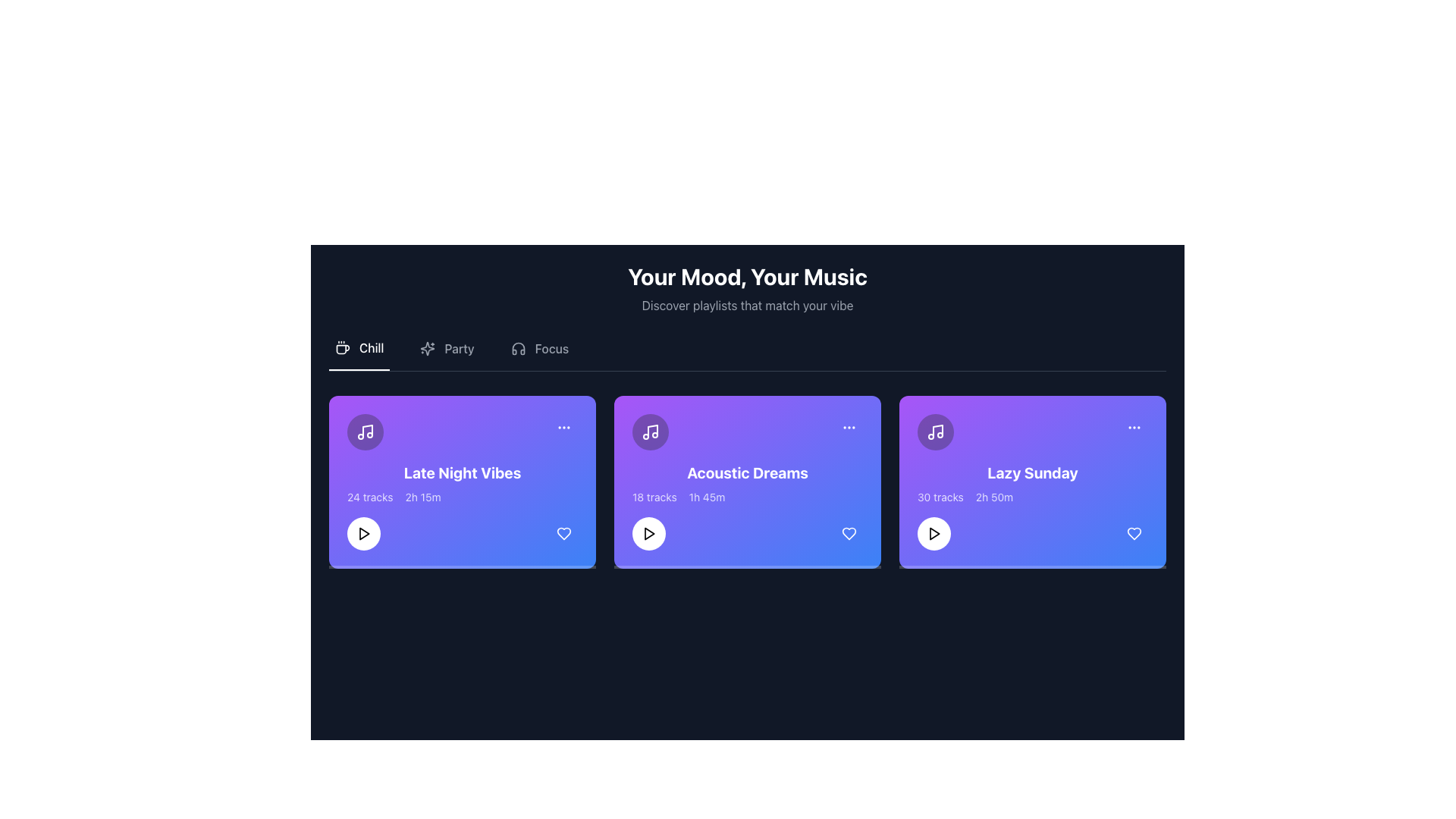 This screenshot has height=819, width=1456. I want to click on styling of the text label indicating the number of tracks in the 'Acoustic Dreams' playlist, located in the middle column above the duration label, so click(654, 497).